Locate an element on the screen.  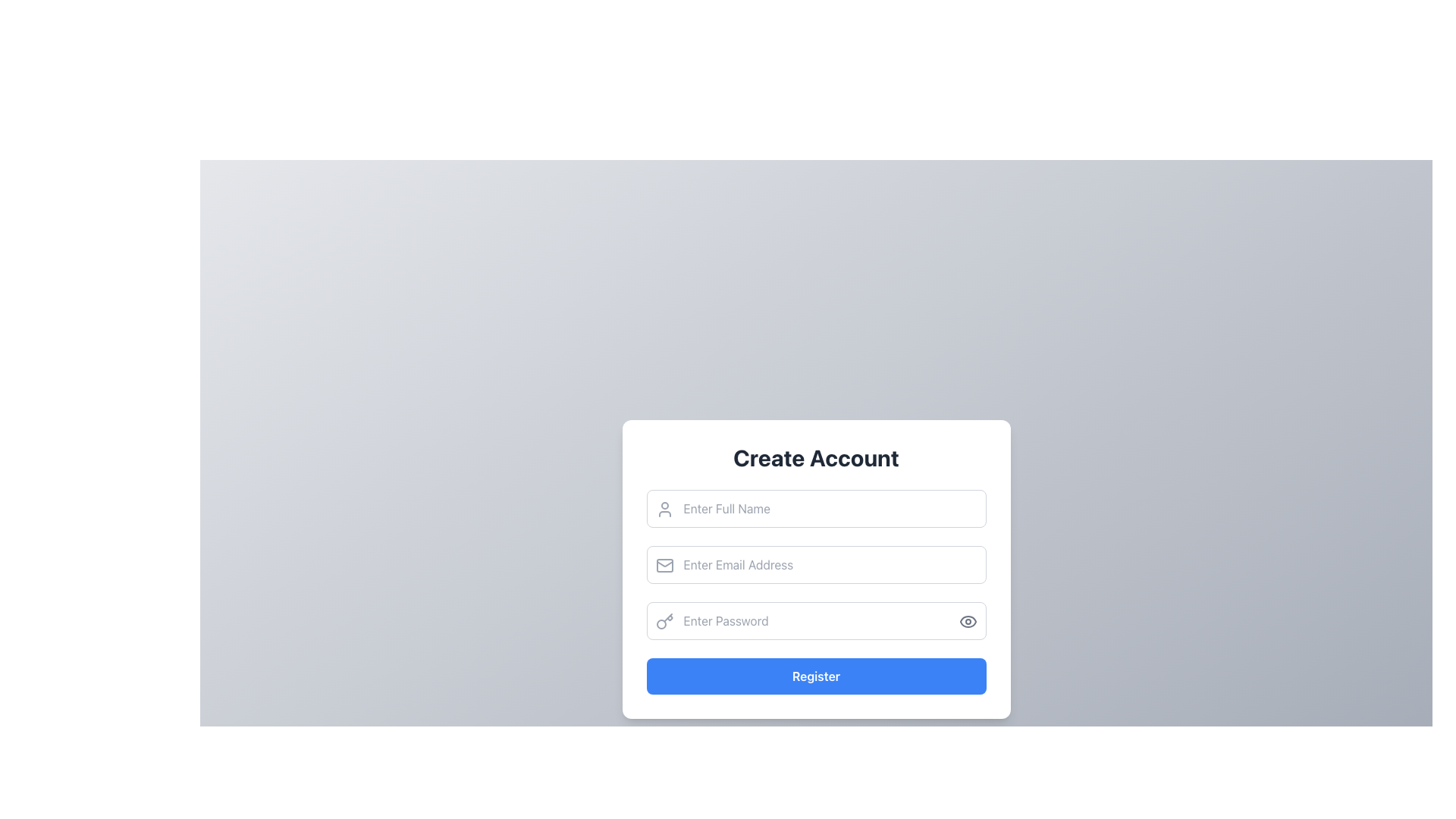
the 'Register' button, which is a rectangular button with a blue background and bold white text, to trigger its visual change is located at coordinates (815, 675).